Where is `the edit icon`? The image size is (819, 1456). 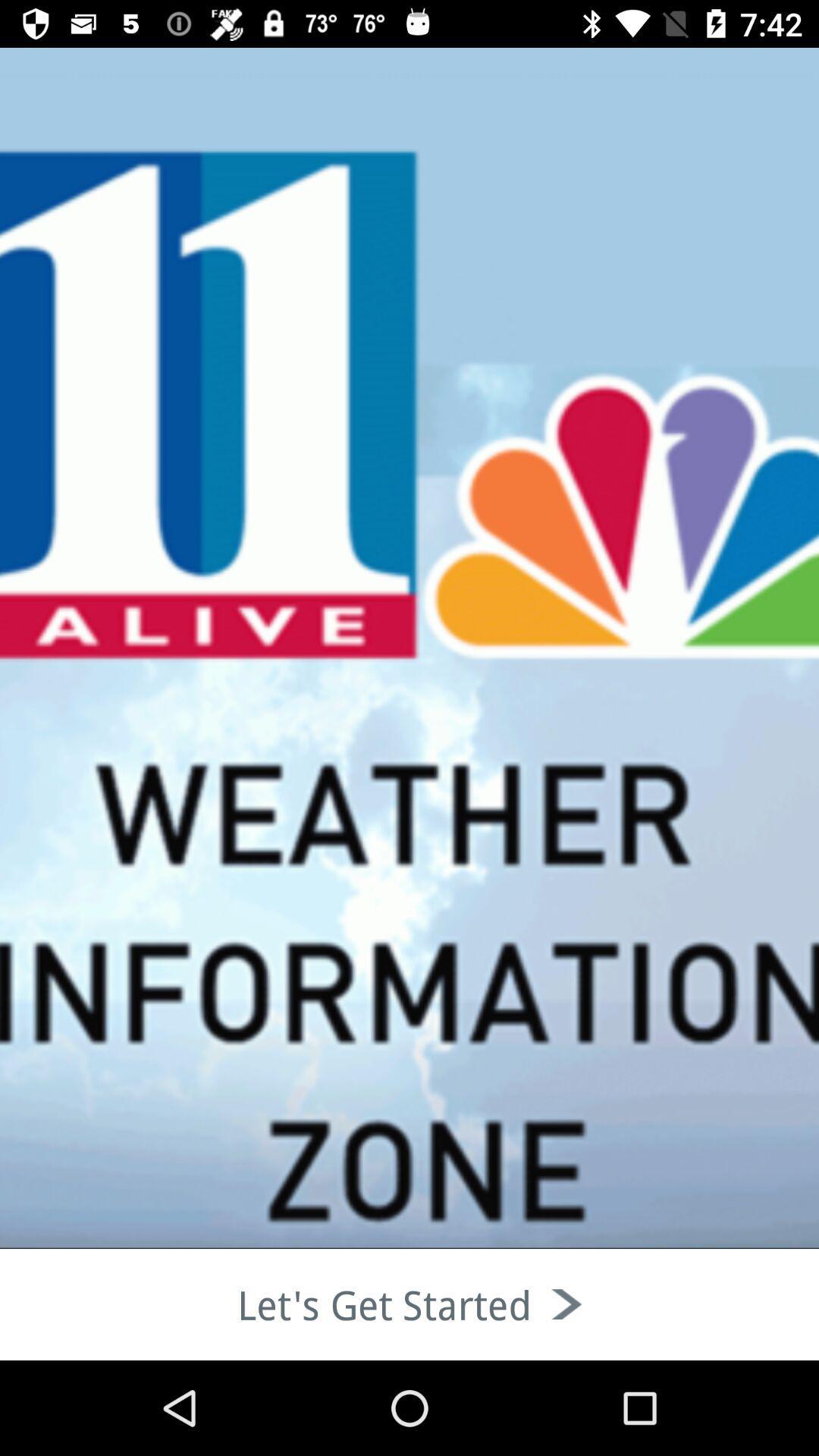
the edit icon is located at coordinates (99, 182).